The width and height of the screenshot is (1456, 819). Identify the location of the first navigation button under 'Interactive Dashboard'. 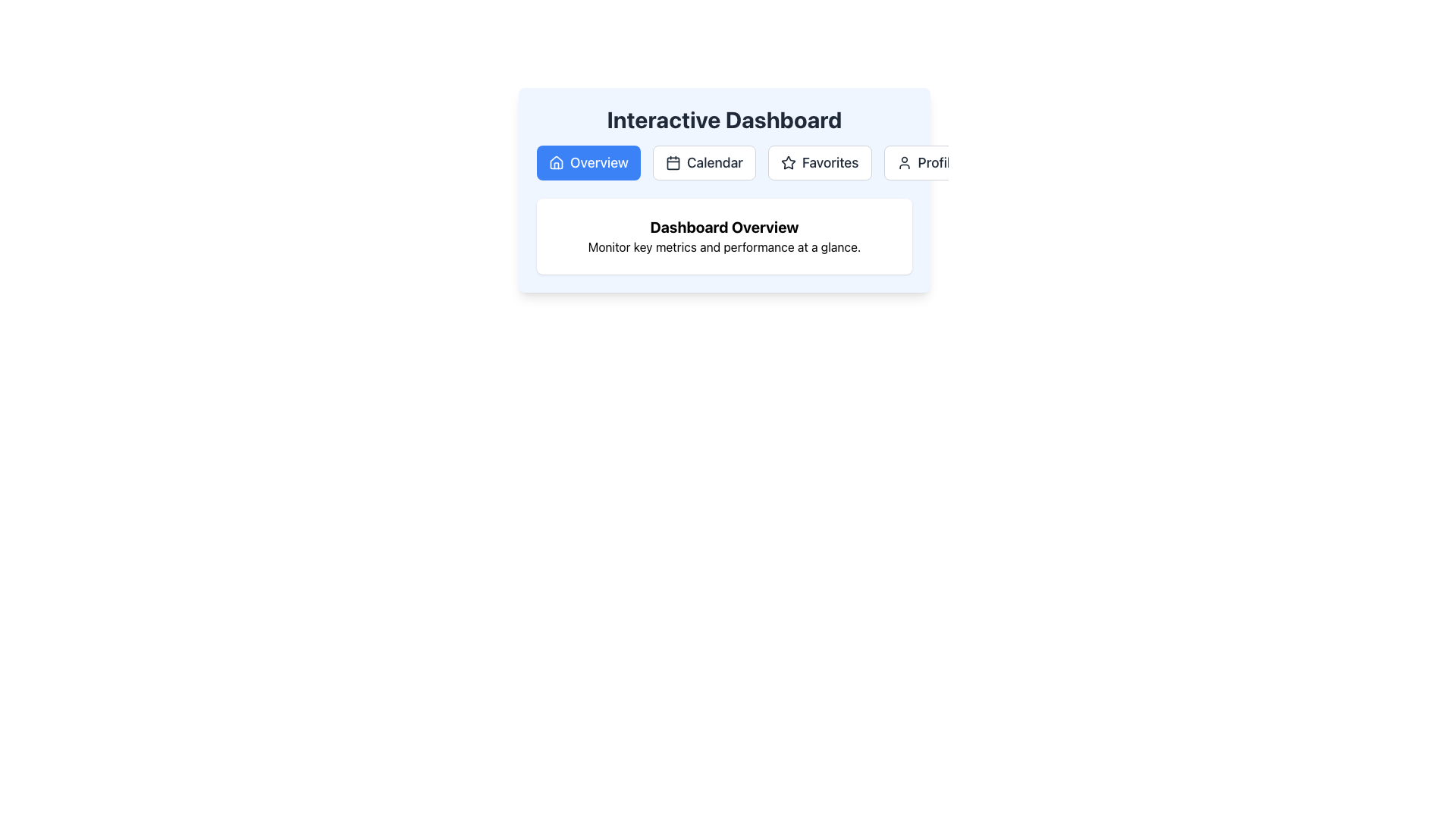
(588, 163).